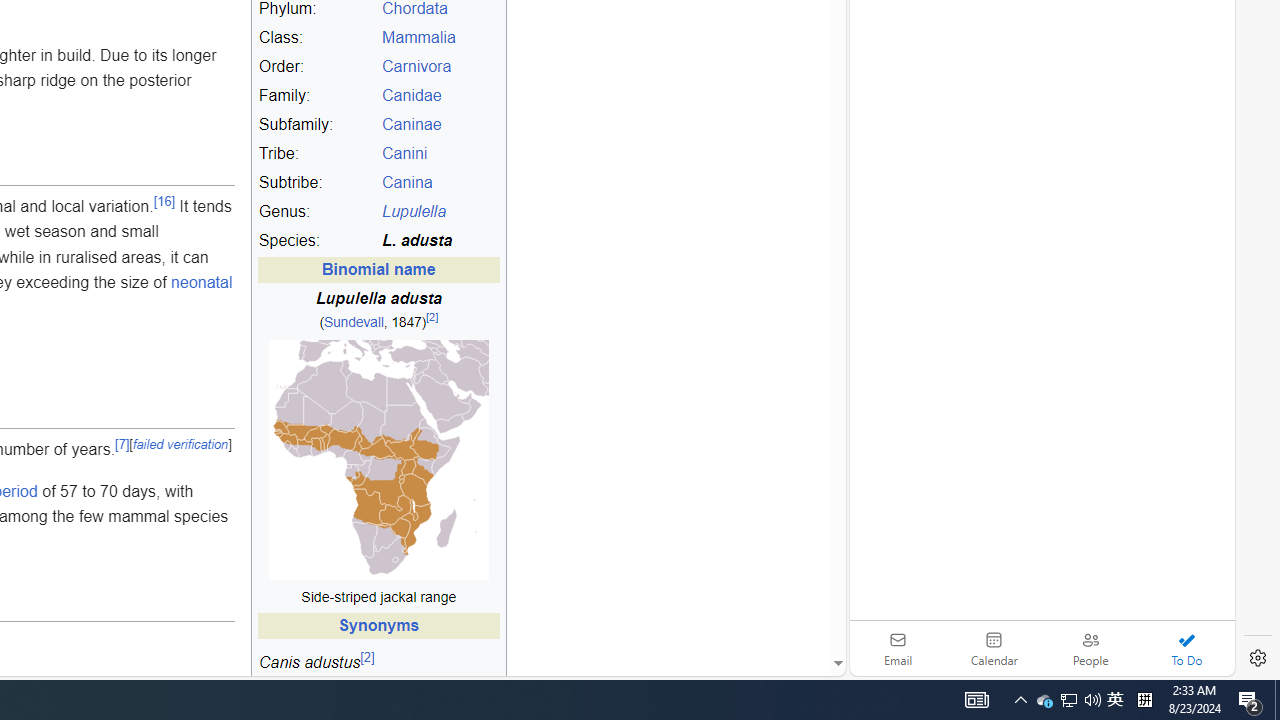 The image size is (1280, 720). I want to click on 'Subfamily:', so click(316, 125).